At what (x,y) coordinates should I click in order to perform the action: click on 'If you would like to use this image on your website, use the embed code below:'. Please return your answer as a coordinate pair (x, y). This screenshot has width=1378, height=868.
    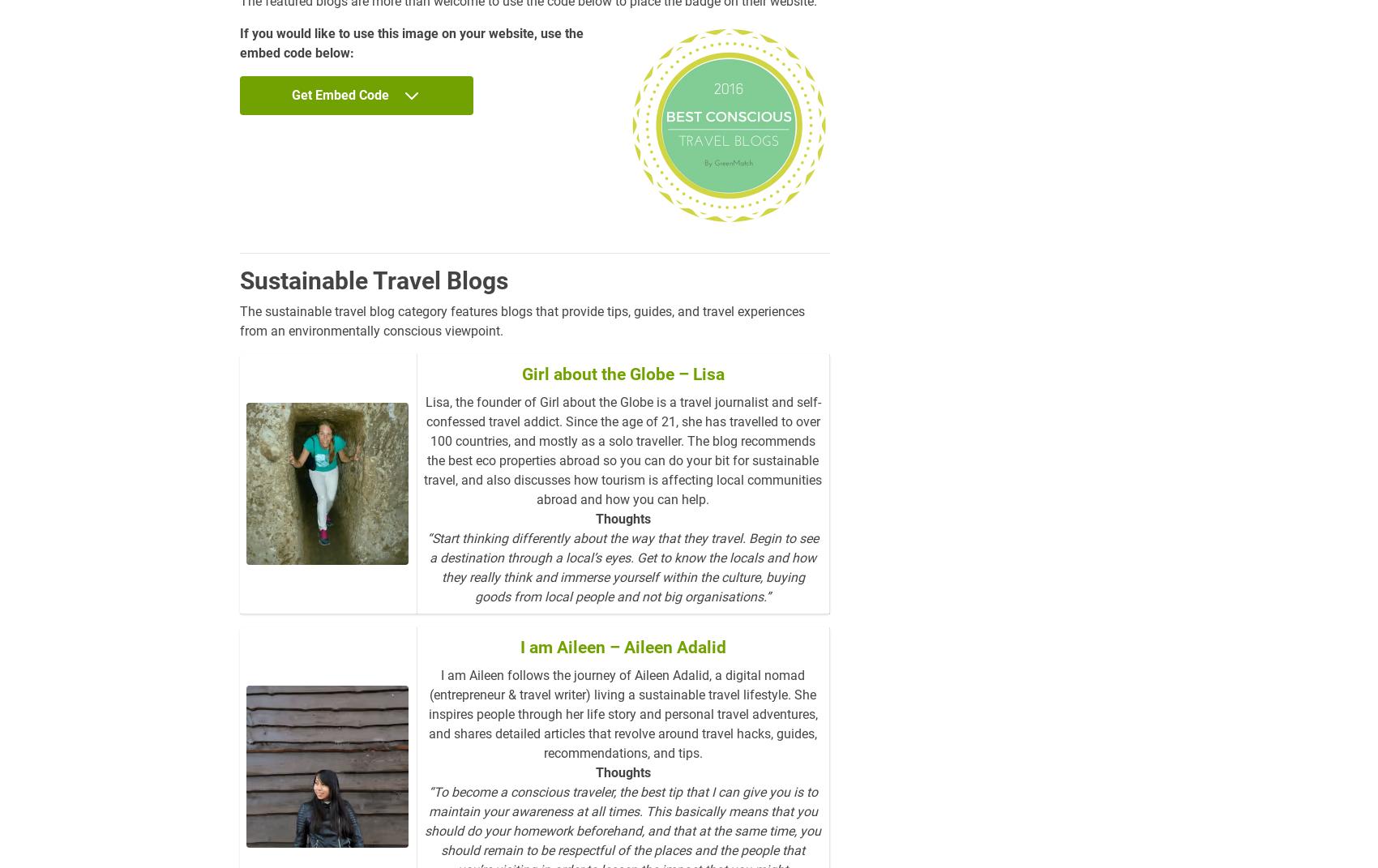
    Looking at the image, I should click on (411, 42).